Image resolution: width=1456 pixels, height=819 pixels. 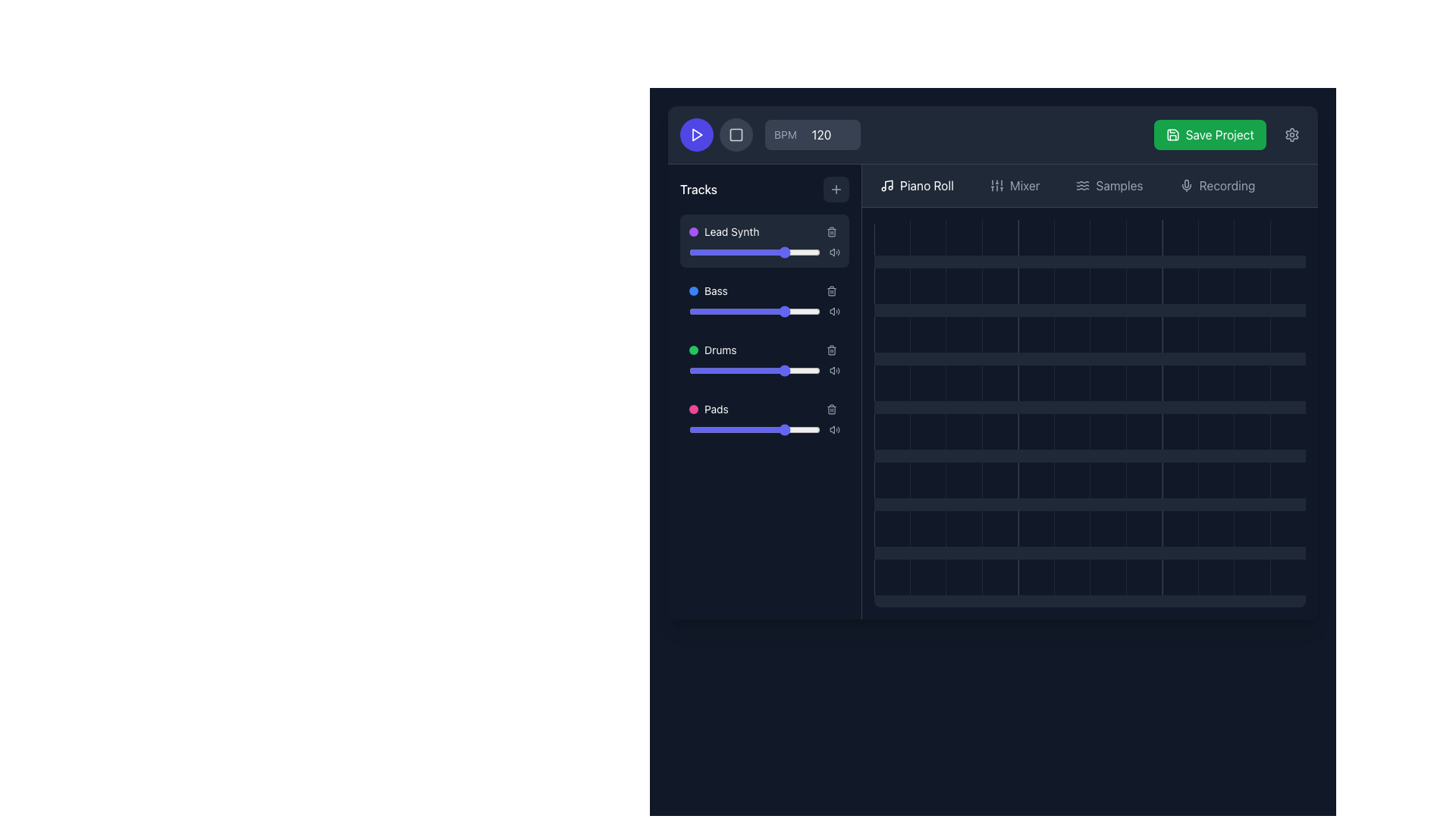 I want to click on the text label identifying the track labeled 'Pads', which is the fourth item in a vertically aligned list of tracks in a musical composition application, so click(x=715, y=409).